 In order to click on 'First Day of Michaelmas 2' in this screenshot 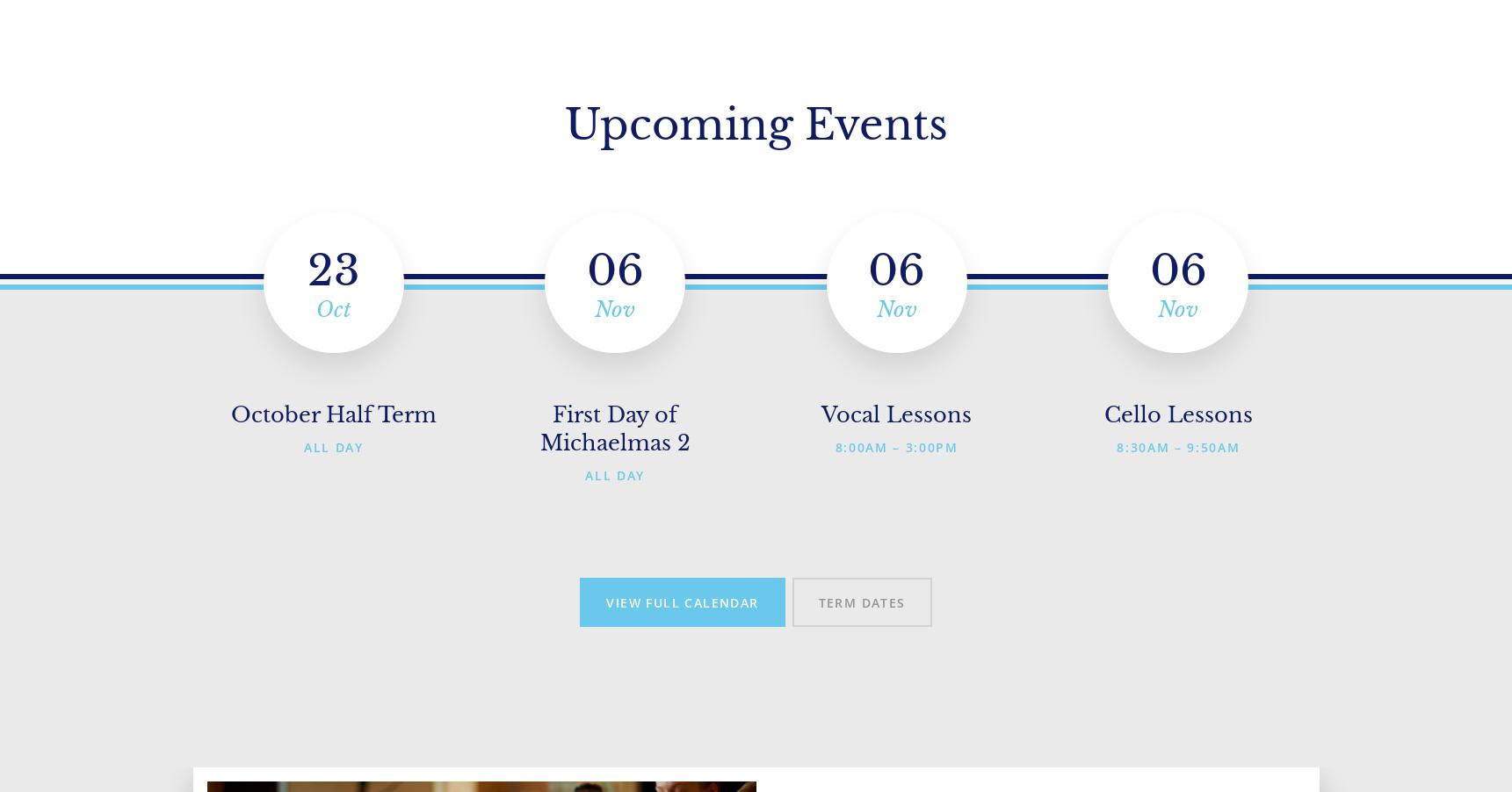, I will do `click(613, 428)`.